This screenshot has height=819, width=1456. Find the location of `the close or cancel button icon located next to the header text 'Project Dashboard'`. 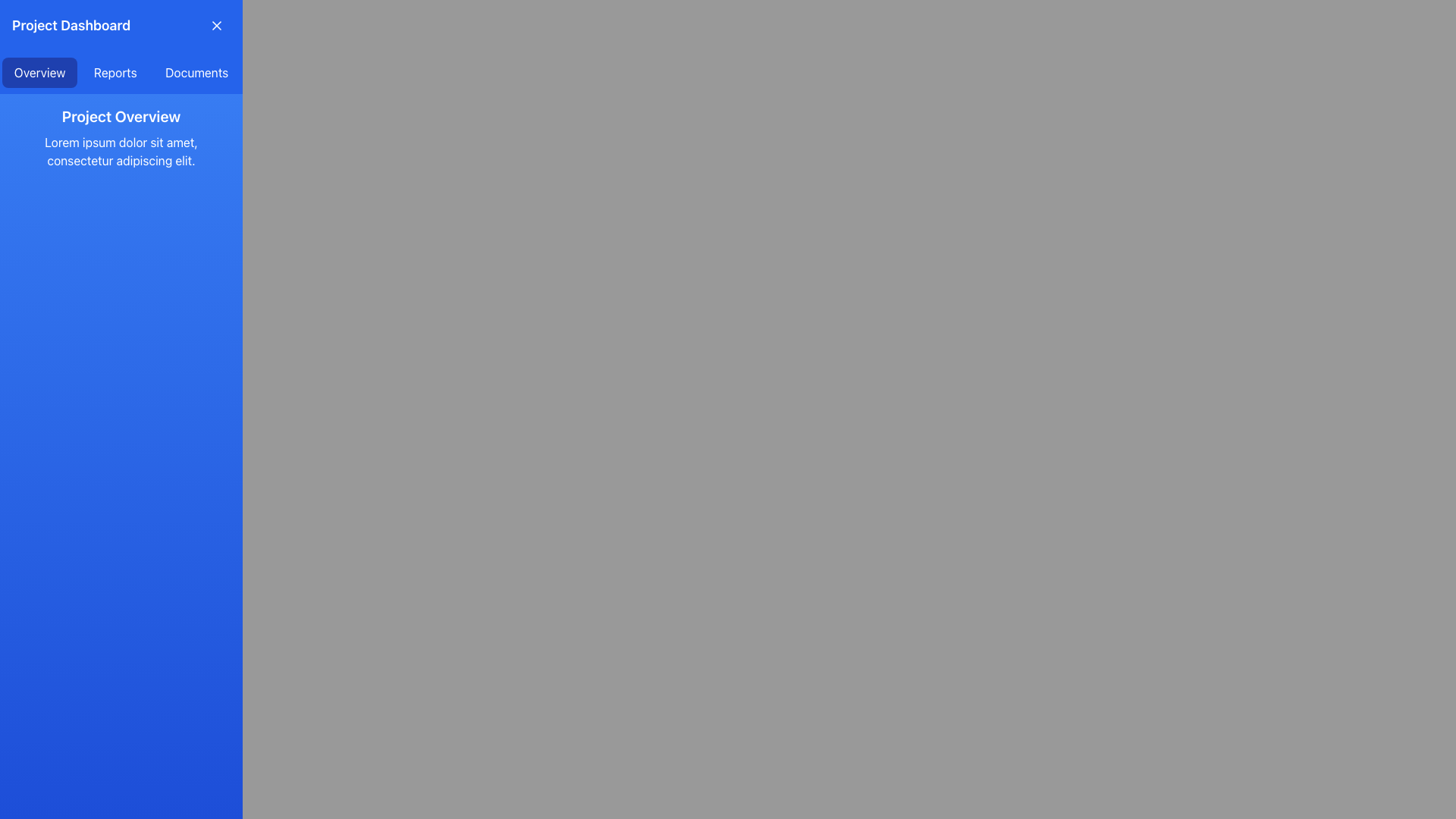

the close or cancel button icon located next to the header text 'Project Dashboard' is located at coordinates (216, 26).